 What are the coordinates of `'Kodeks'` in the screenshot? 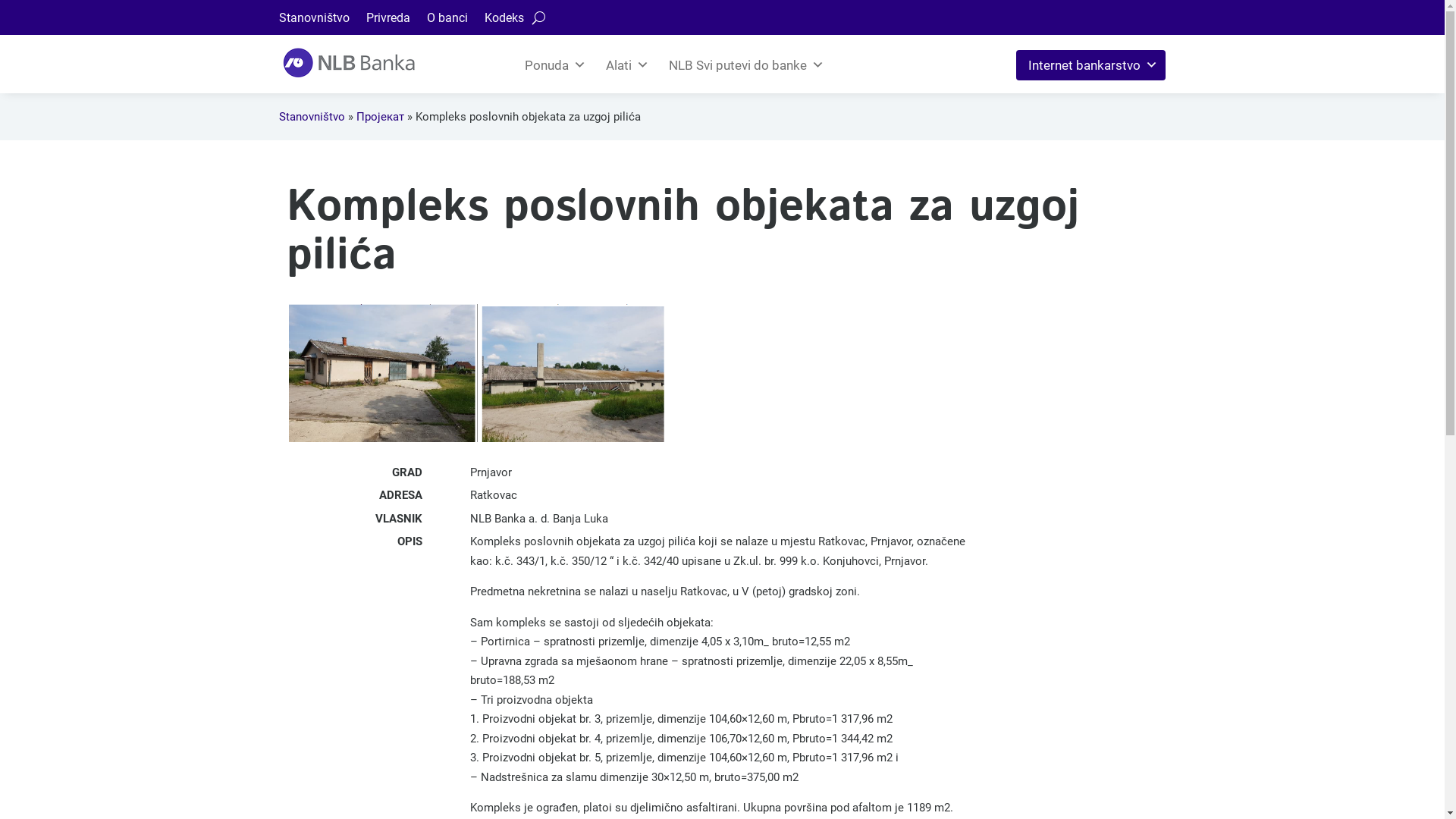 It's located at (503, 20).